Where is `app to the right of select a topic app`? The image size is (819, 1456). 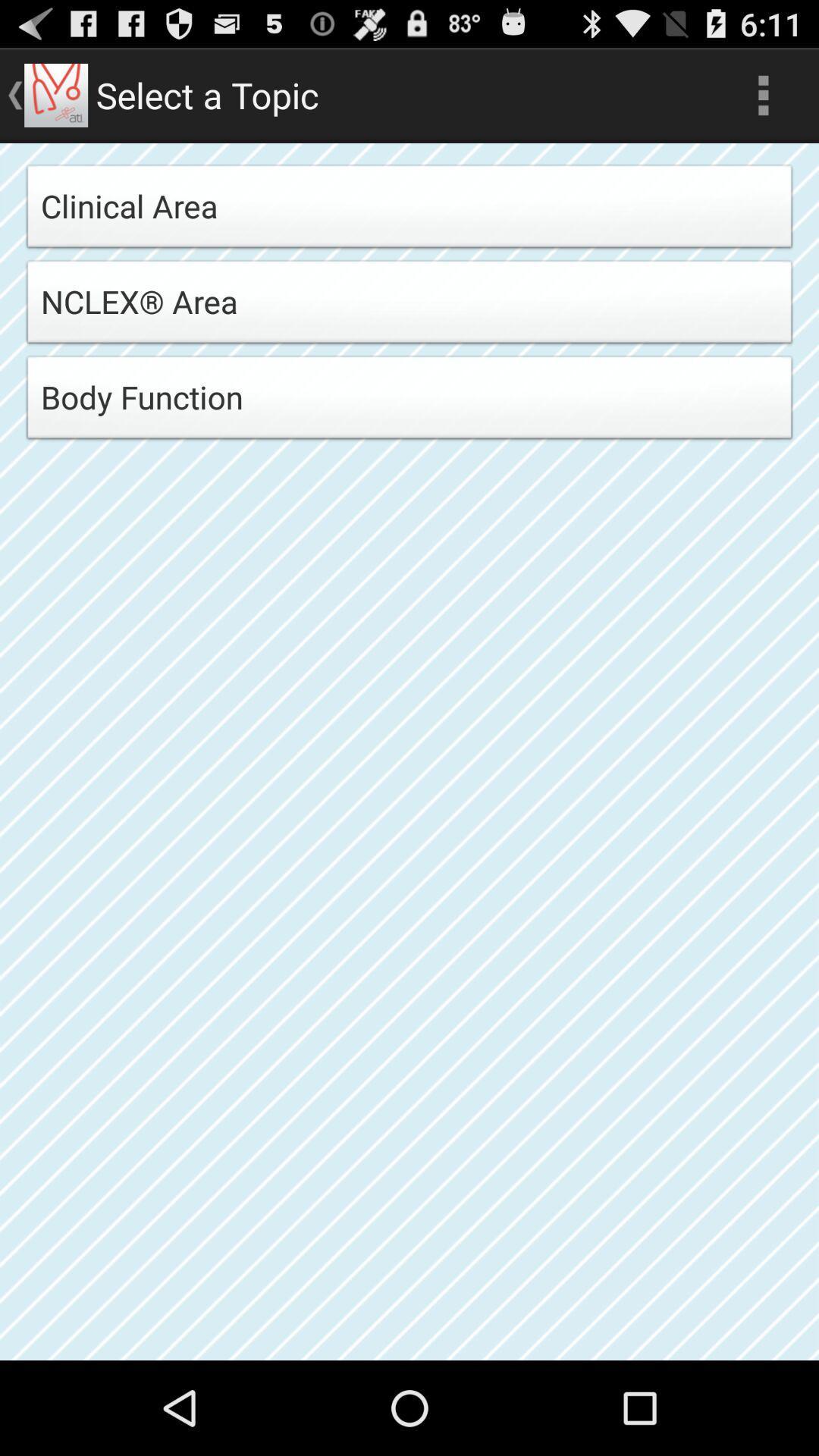
app to the right of select a topic app is located at coordinates (763, 94).